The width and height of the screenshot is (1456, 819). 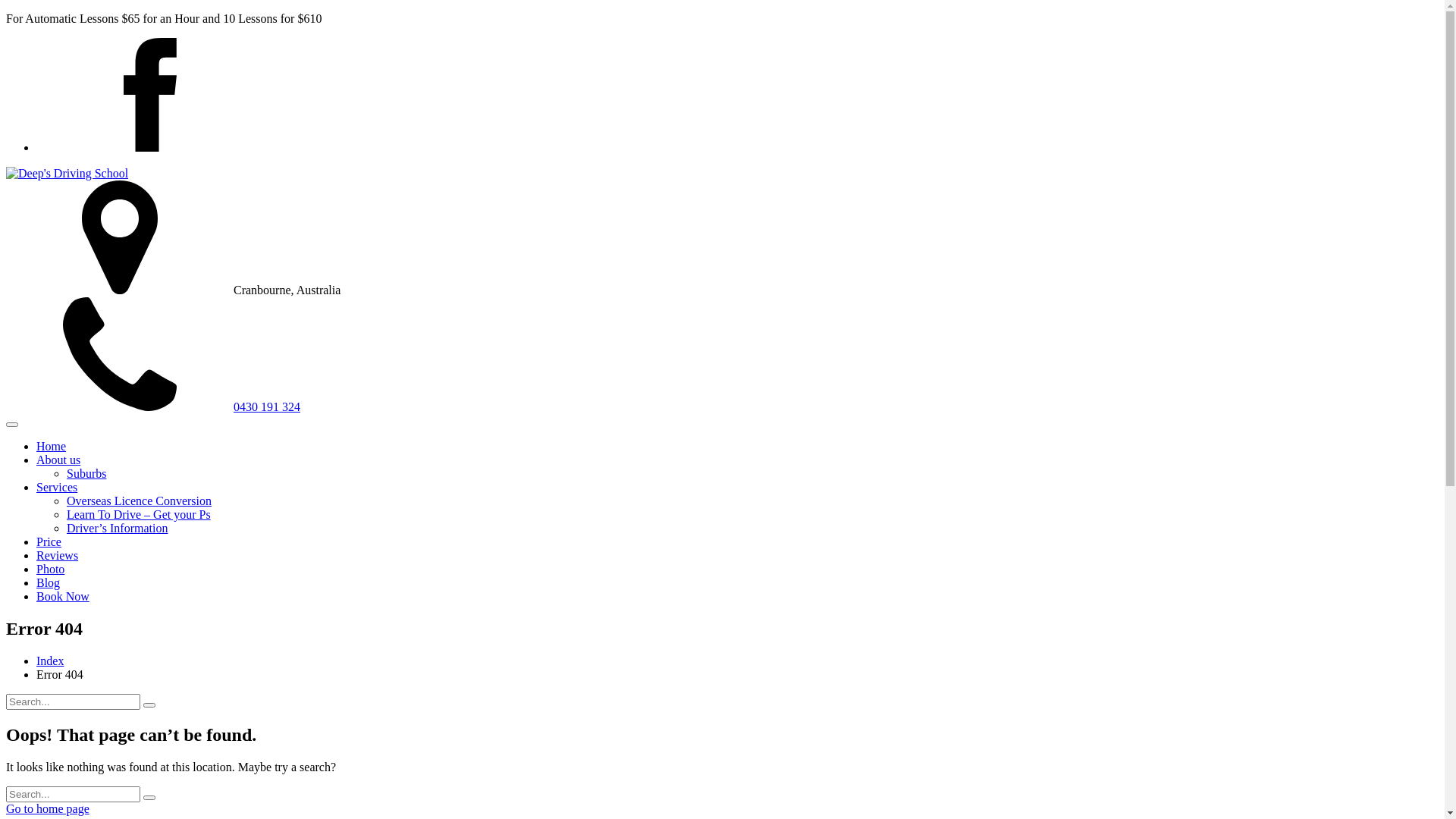 I want to click on 'About us', so click(x=58, y=459).